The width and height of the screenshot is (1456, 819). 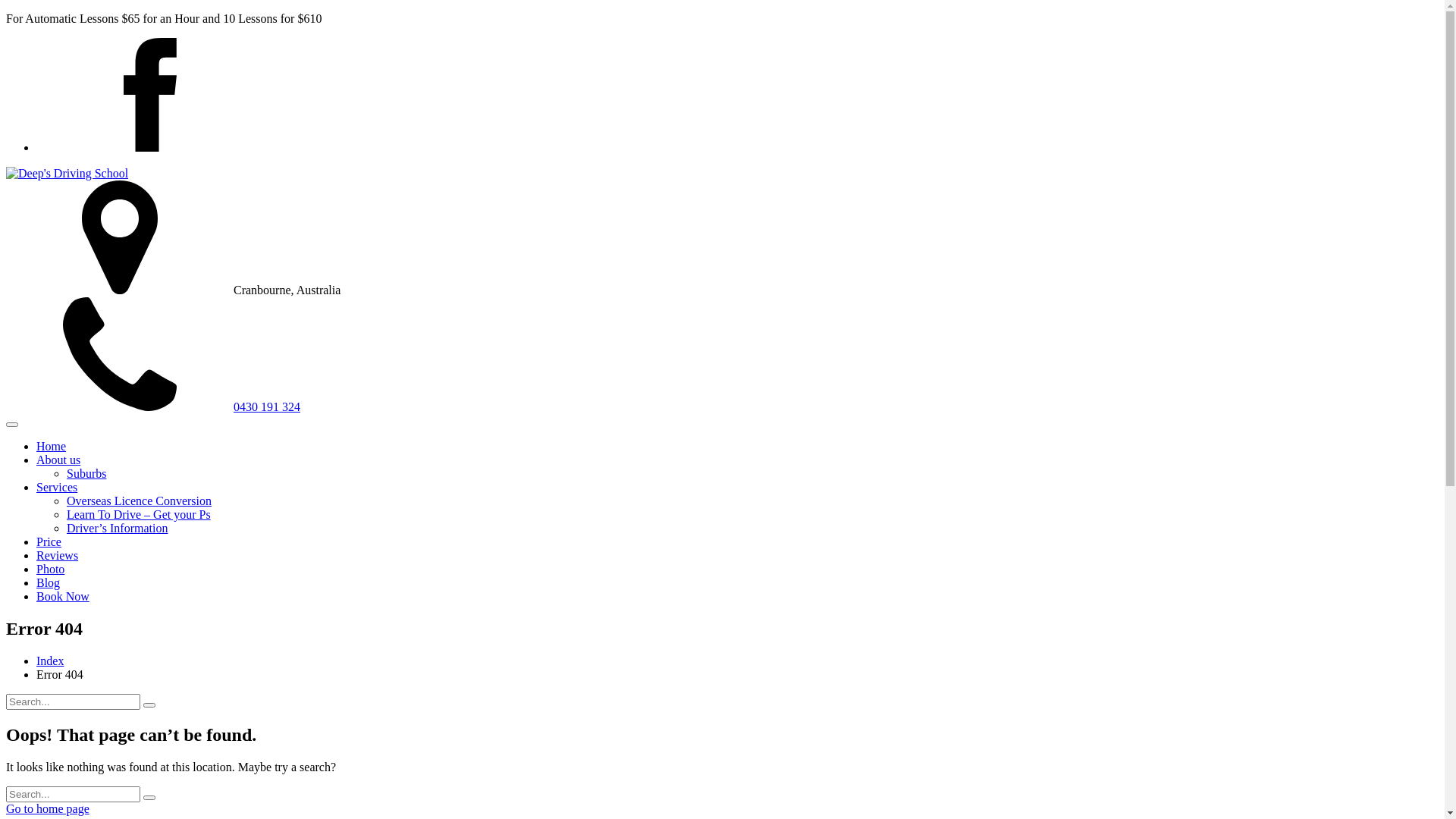 I want to click on 'About us', so click(x=58, y=459).